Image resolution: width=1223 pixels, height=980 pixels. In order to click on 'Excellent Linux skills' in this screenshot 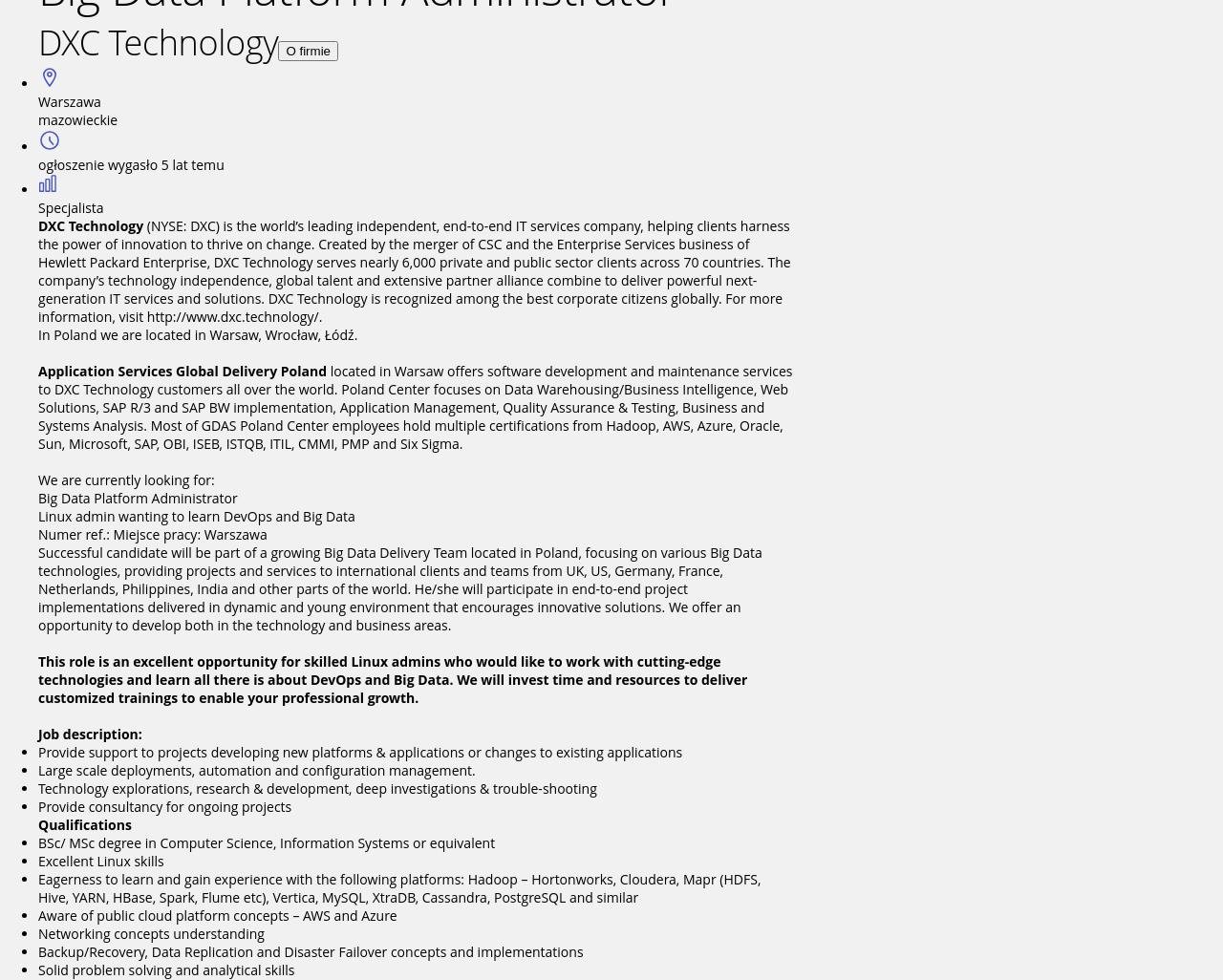, I will do `click(99, 860)`.